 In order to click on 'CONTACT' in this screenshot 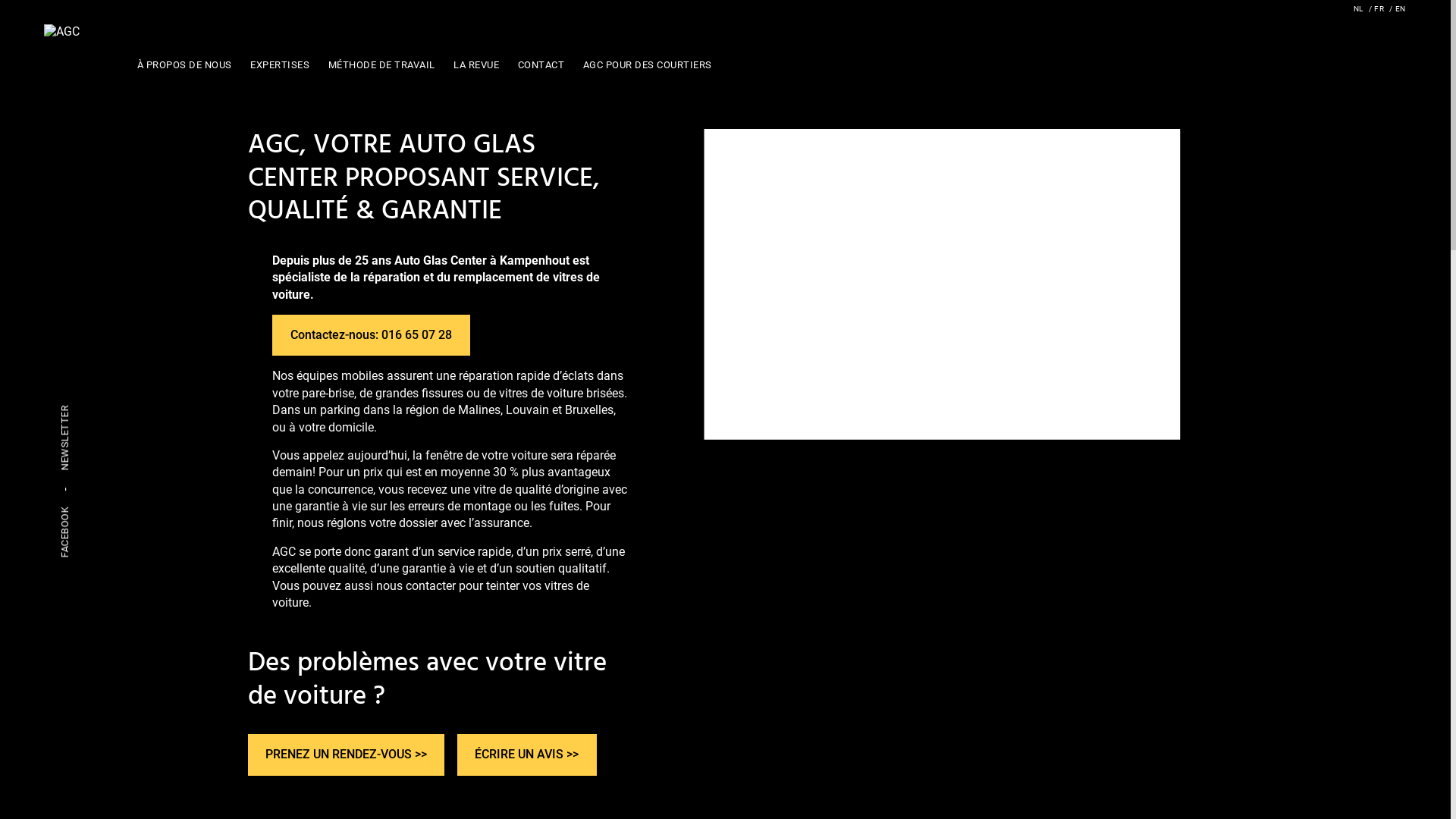, I will do `click(541, 63)`.